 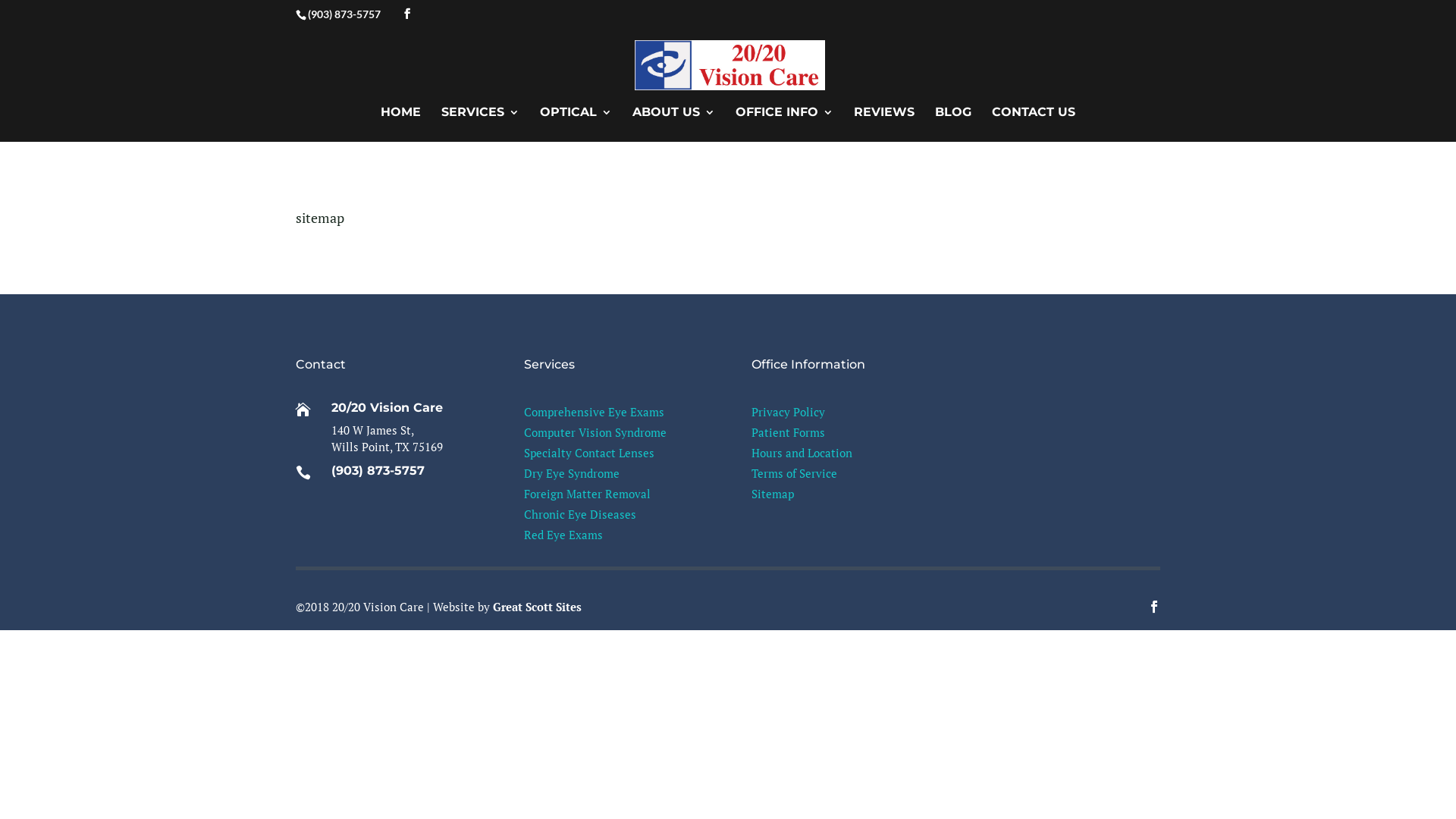 What do you see at coordinates (537, 605) in the screenshot?
I see `'Great Scott Sites'` at bounding box center [537, 605].